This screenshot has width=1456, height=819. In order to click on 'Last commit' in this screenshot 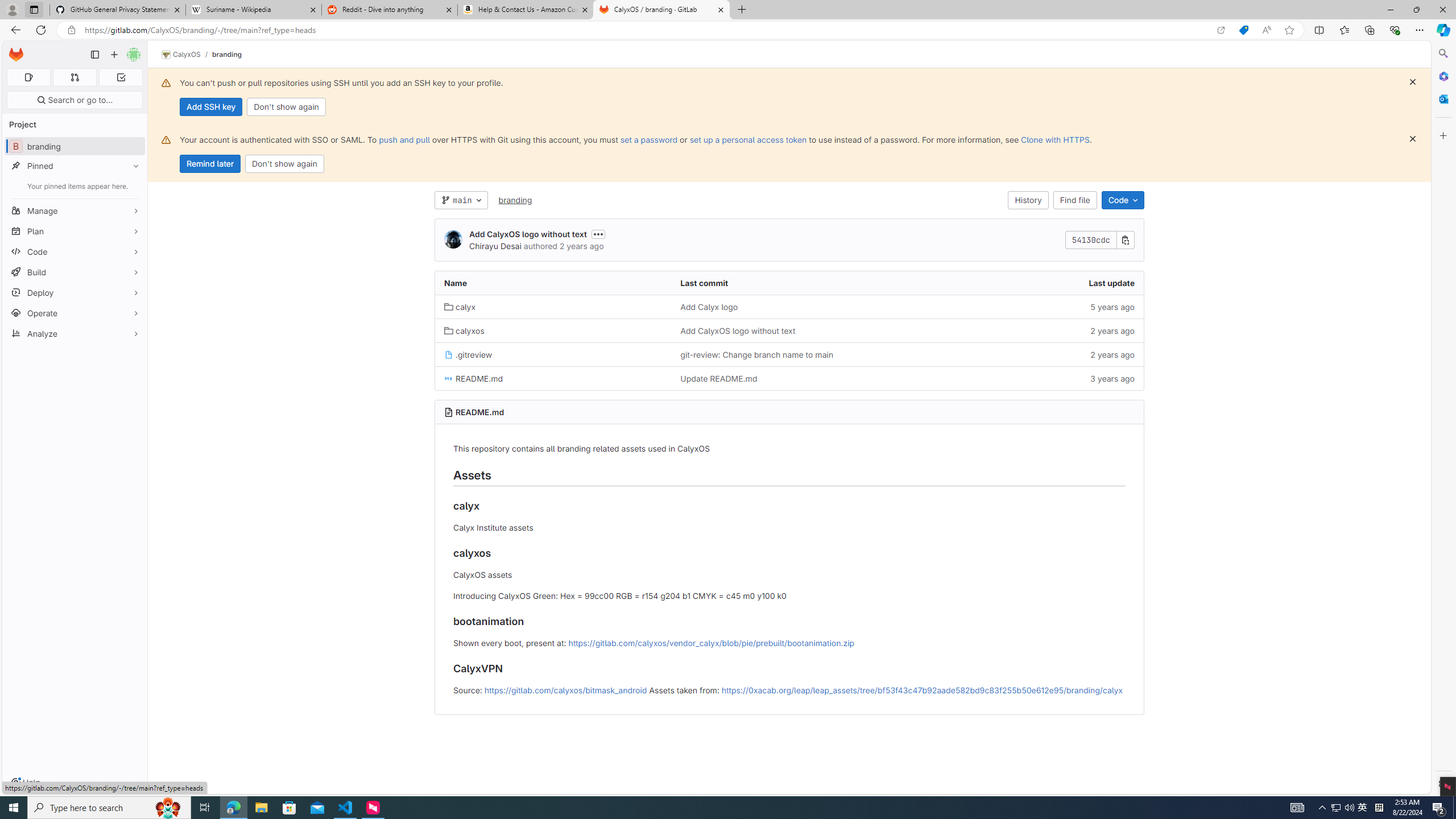, I will do `click(788, 283)`.